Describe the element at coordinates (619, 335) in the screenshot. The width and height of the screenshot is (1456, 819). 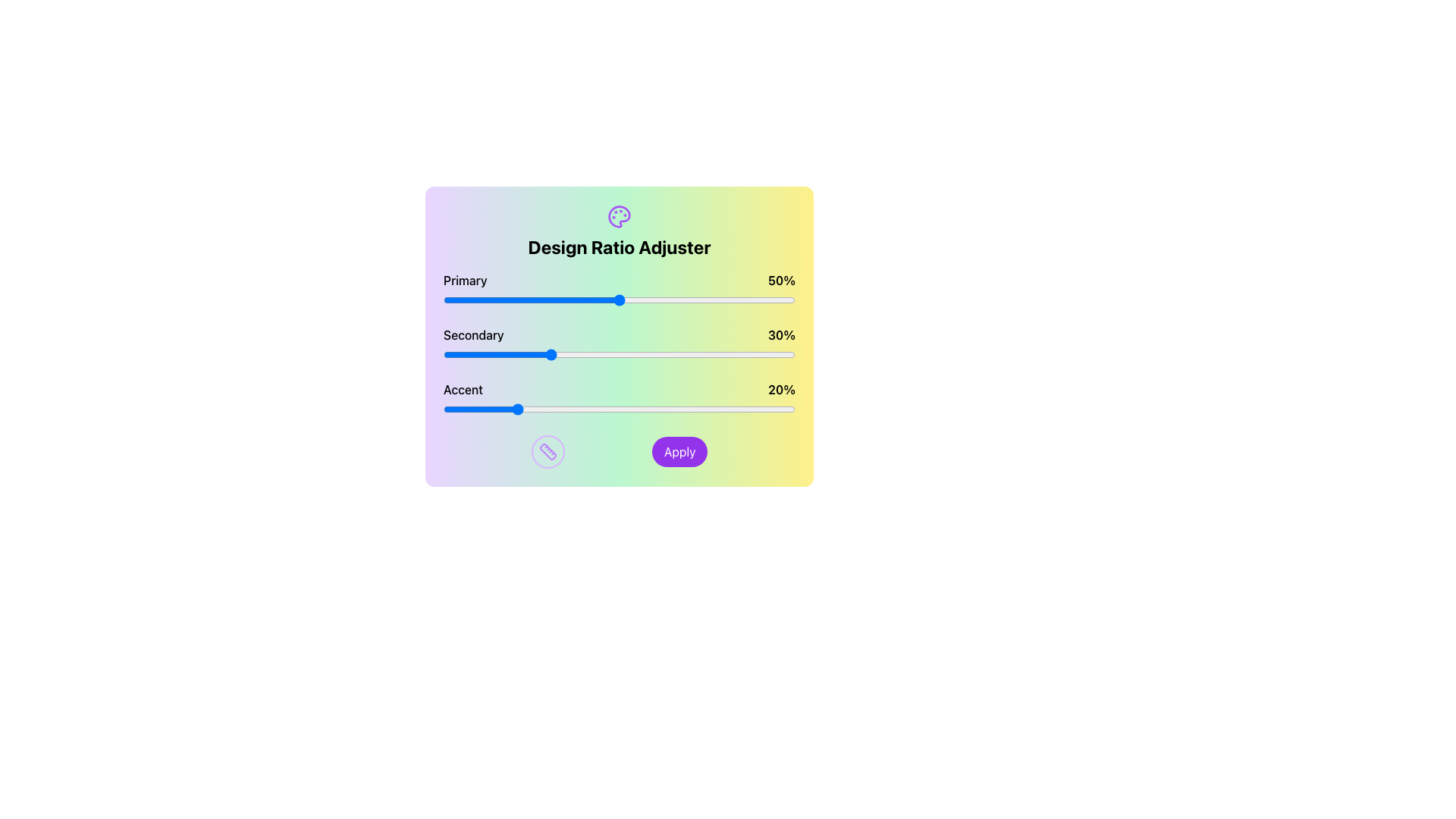
I see `the sliders in the 'Design Ratio Adjuster' box` at that location.